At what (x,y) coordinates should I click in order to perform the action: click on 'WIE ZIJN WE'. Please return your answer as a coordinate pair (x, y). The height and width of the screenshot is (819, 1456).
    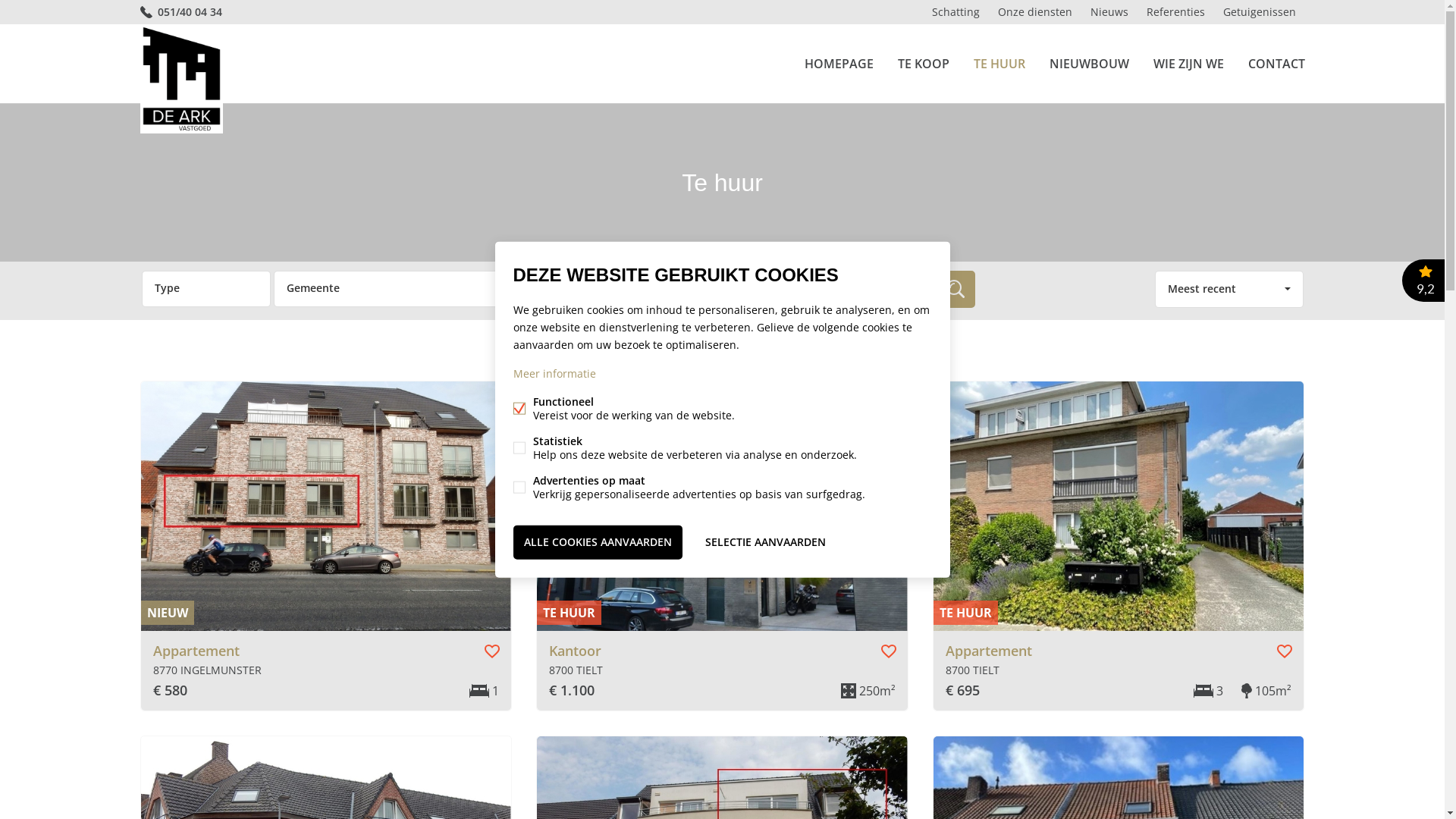
    Looking at the image, I should click on (1153, 63).